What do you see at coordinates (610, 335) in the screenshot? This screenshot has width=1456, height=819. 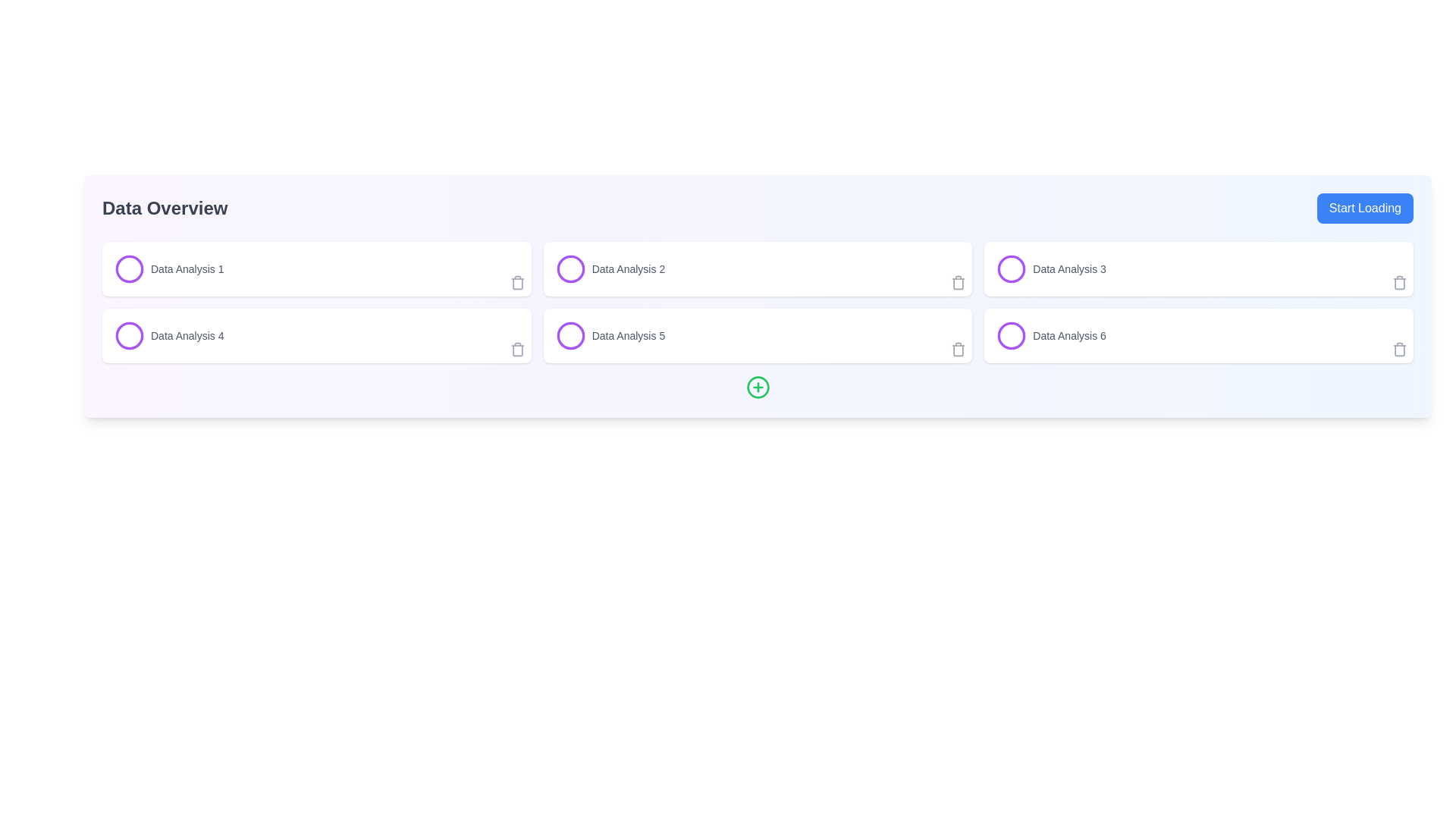 I see `the button-like selectable item labeled 'Data Analysis 5', which features a purple circular icon and is positioned in the second row, second column of a grid layout` at bounding box center [610, 335].